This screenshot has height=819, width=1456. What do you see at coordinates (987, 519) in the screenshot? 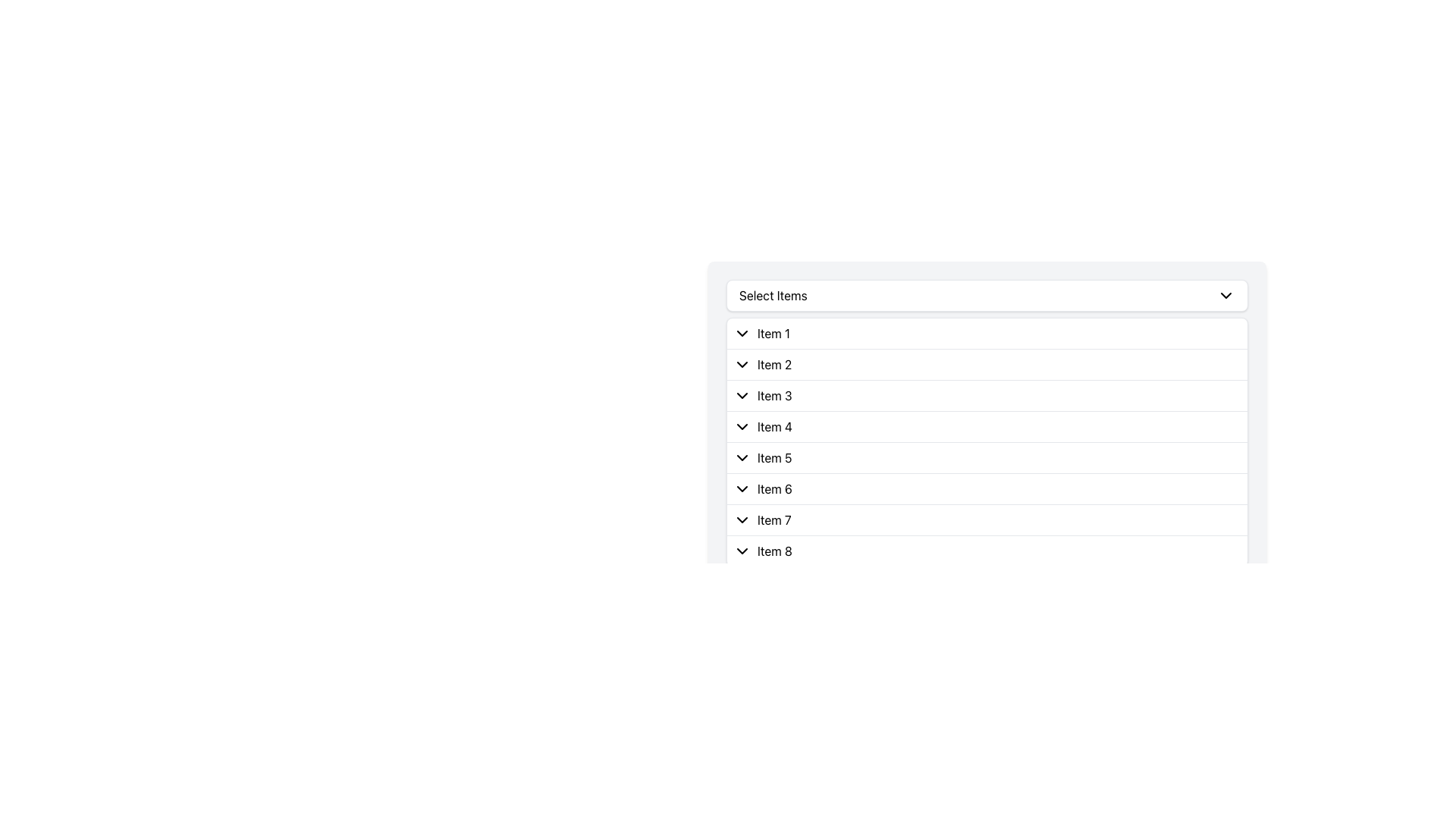
I see `the seventh list item in the vertical list` at bounding box center [987, 519].